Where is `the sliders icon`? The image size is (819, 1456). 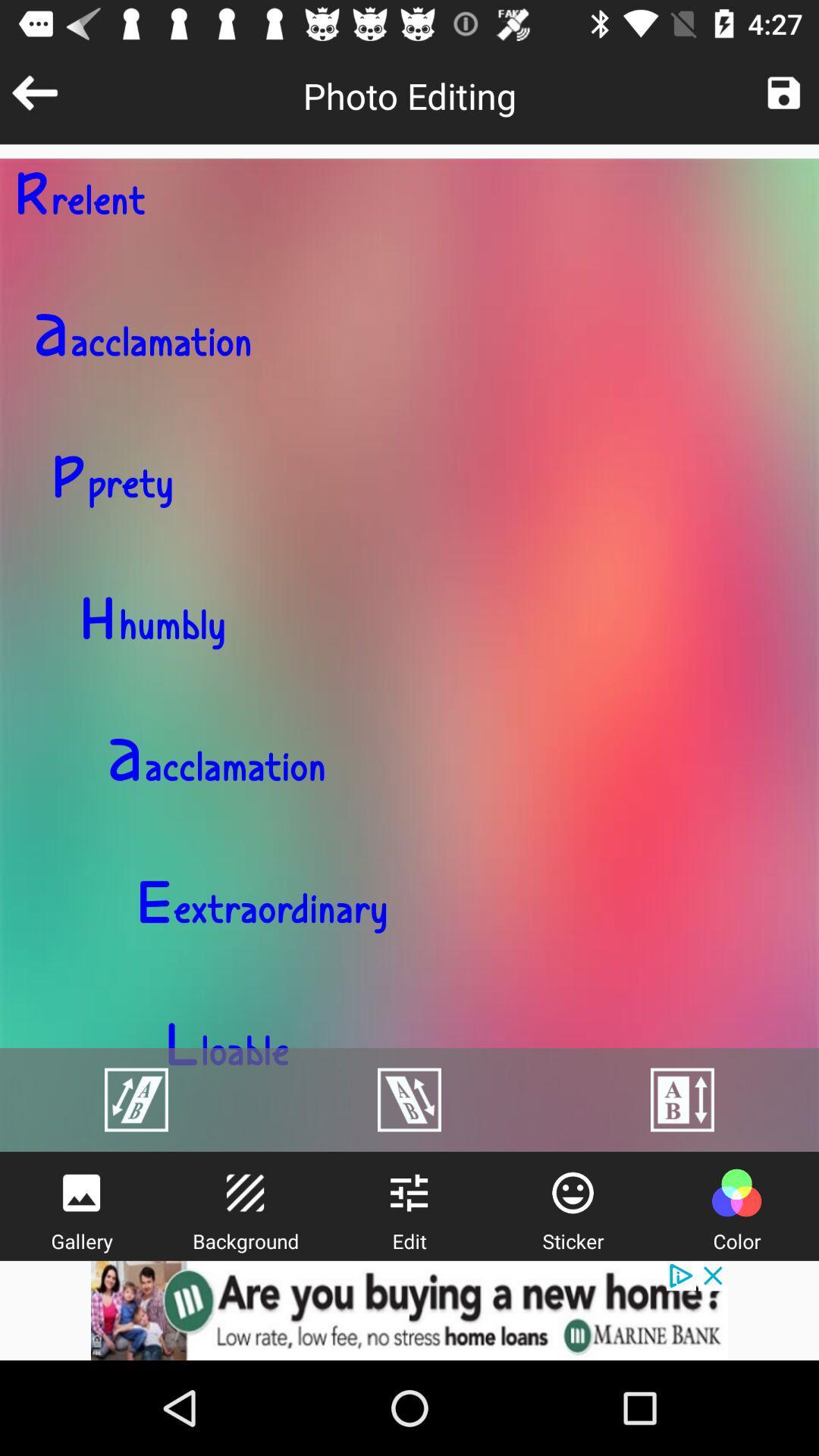
the sliders icon is located at coordinates (408, 1192).